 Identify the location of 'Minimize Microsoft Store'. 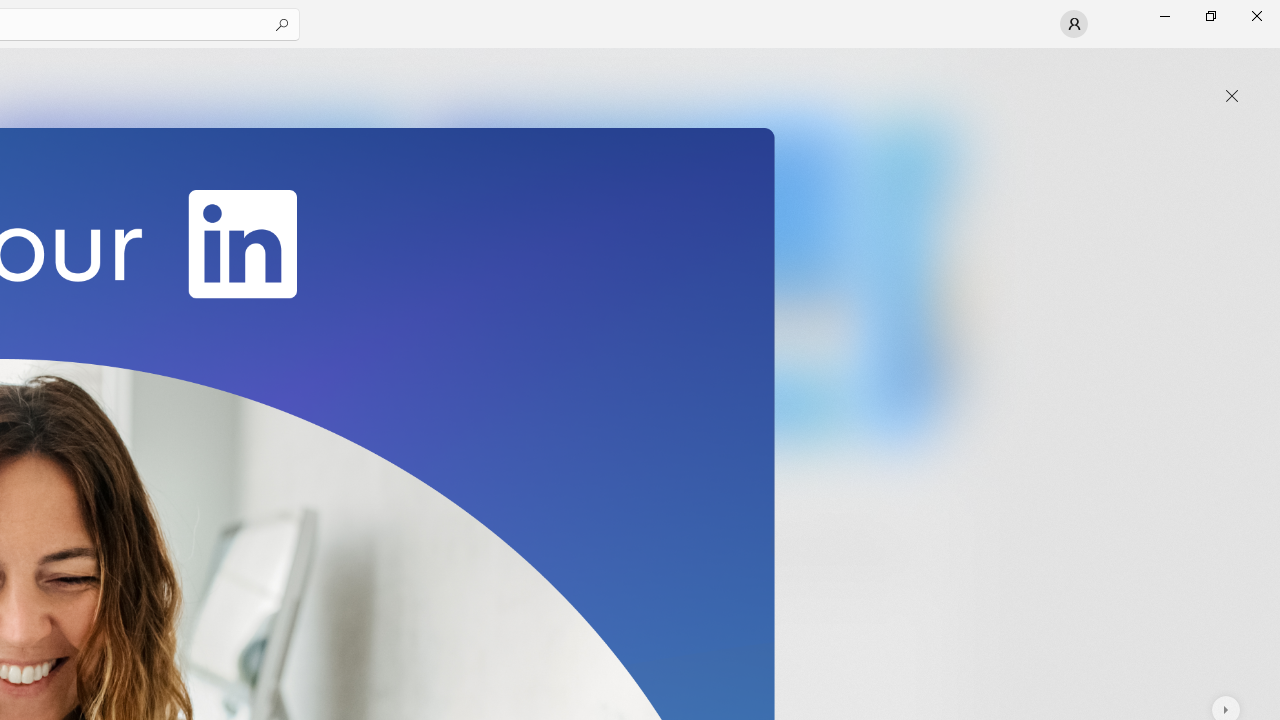
(1164, 15).